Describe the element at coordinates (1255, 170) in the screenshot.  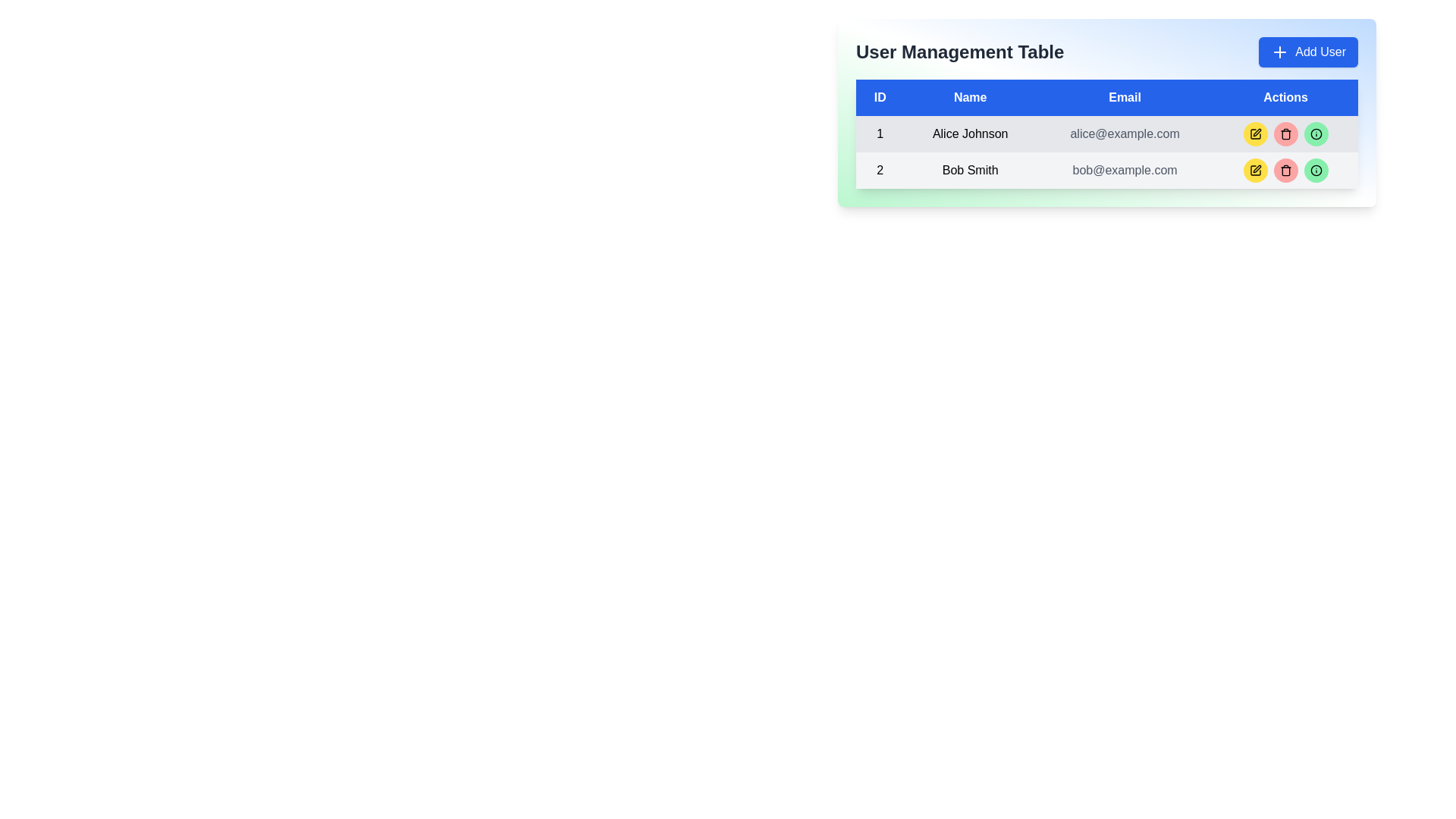
I see `the edit button in the 'Actions' column of the second row corresponding to user 'Bob Smith'` at that location.